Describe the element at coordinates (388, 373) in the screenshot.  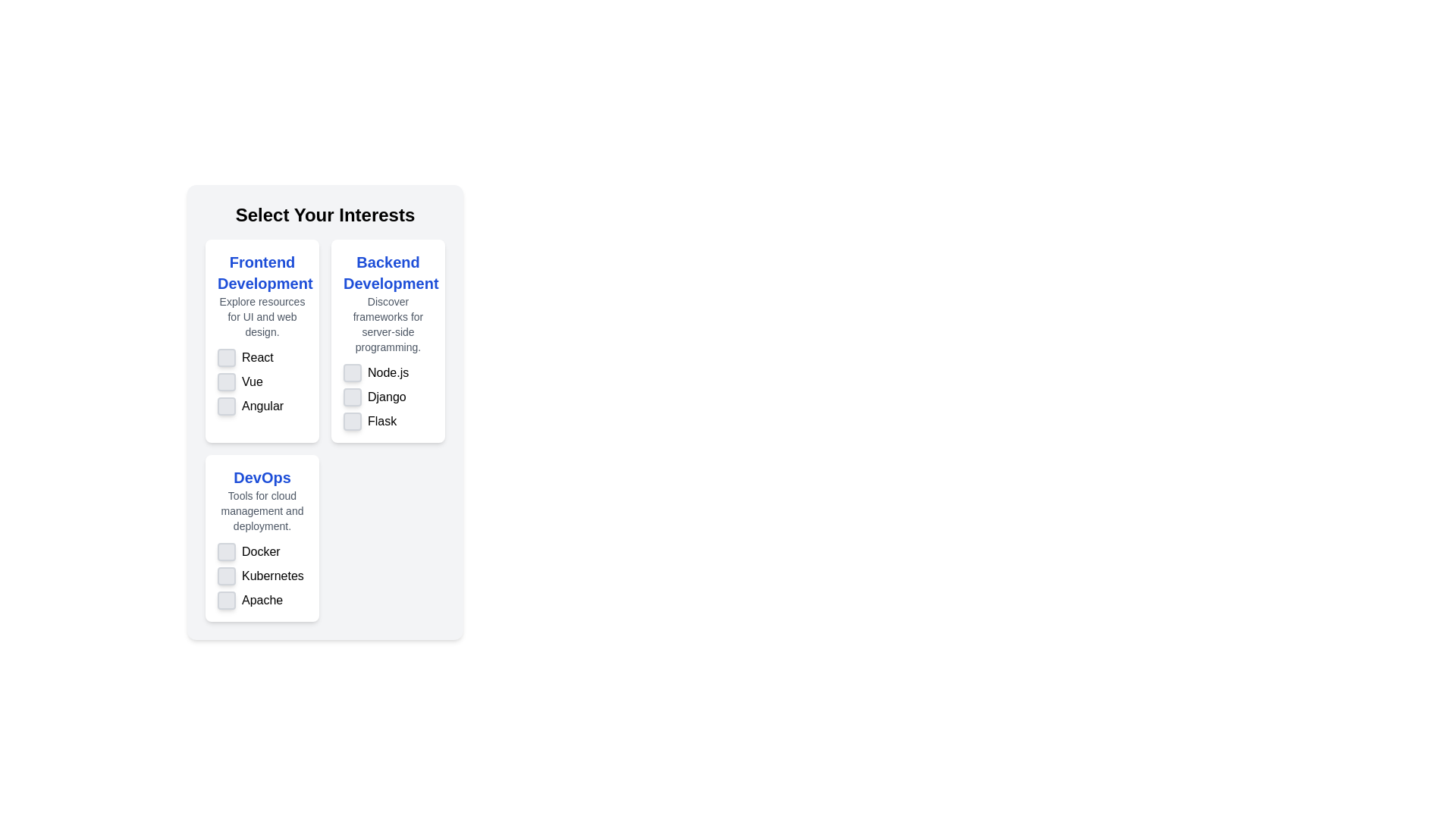
I see `the checkbox element associated with the text label 'Node.js', which is styled with a gray border and a lighter background, positioned within the 'Backend Development' section of a vertical list` at that location.